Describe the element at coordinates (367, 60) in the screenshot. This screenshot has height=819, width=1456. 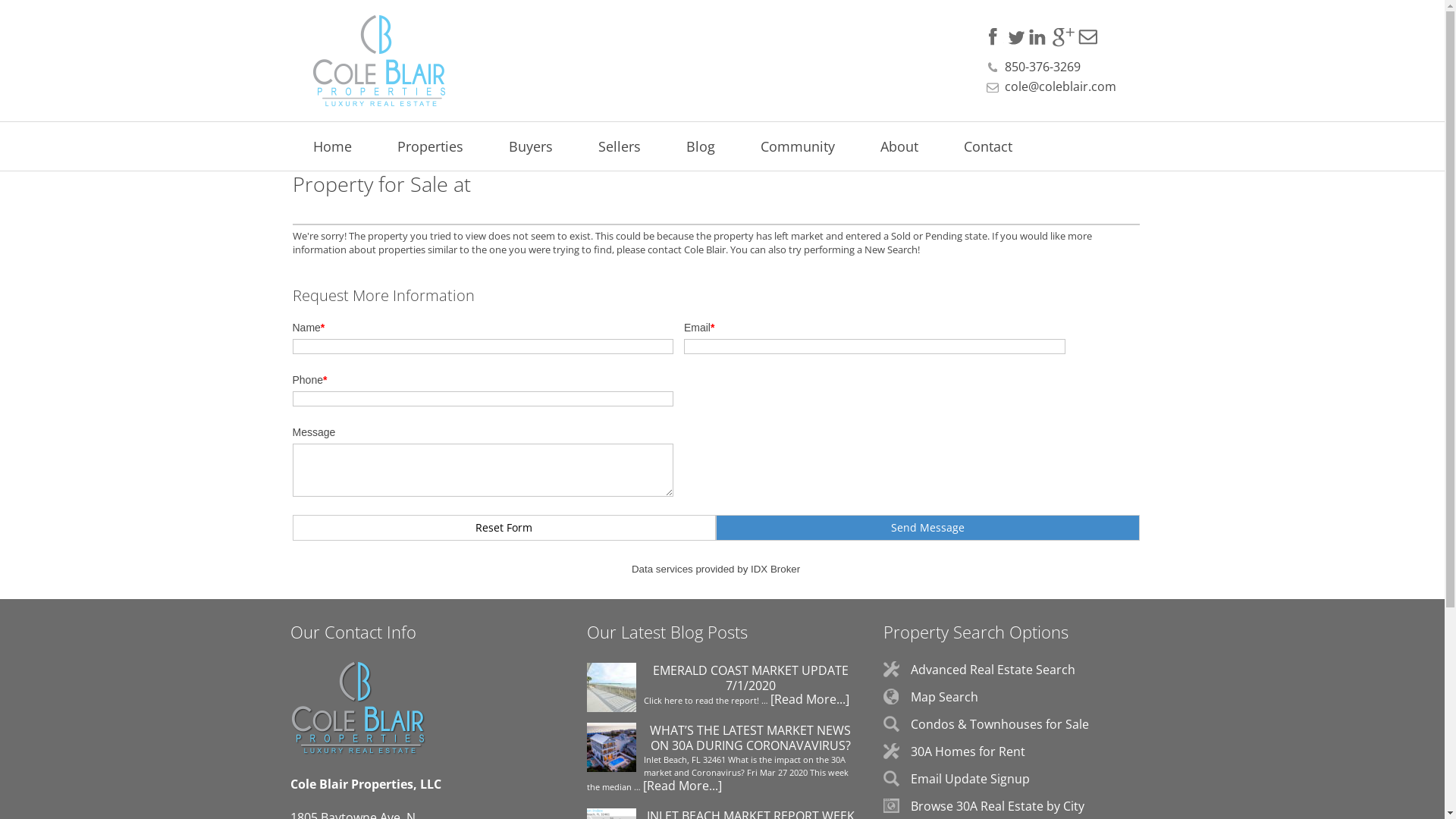
I see `'30A Real Estate | Condos | 30A Florida Homes for Sale'` at that location.